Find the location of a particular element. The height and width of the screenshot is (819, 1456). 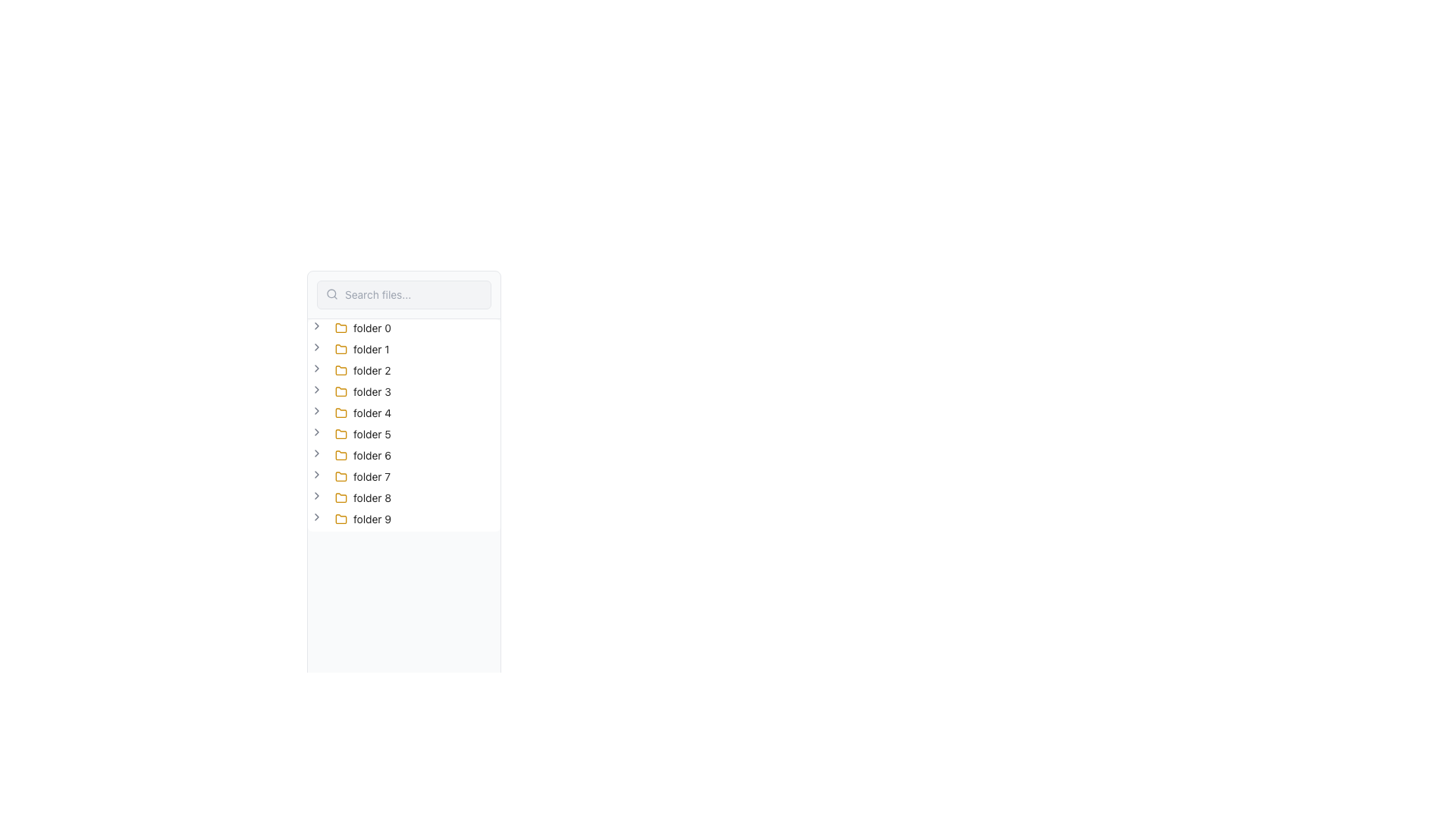

the folder icon representing 'folder 7' located in the middle of the interface is located at coordinates (340, 475).